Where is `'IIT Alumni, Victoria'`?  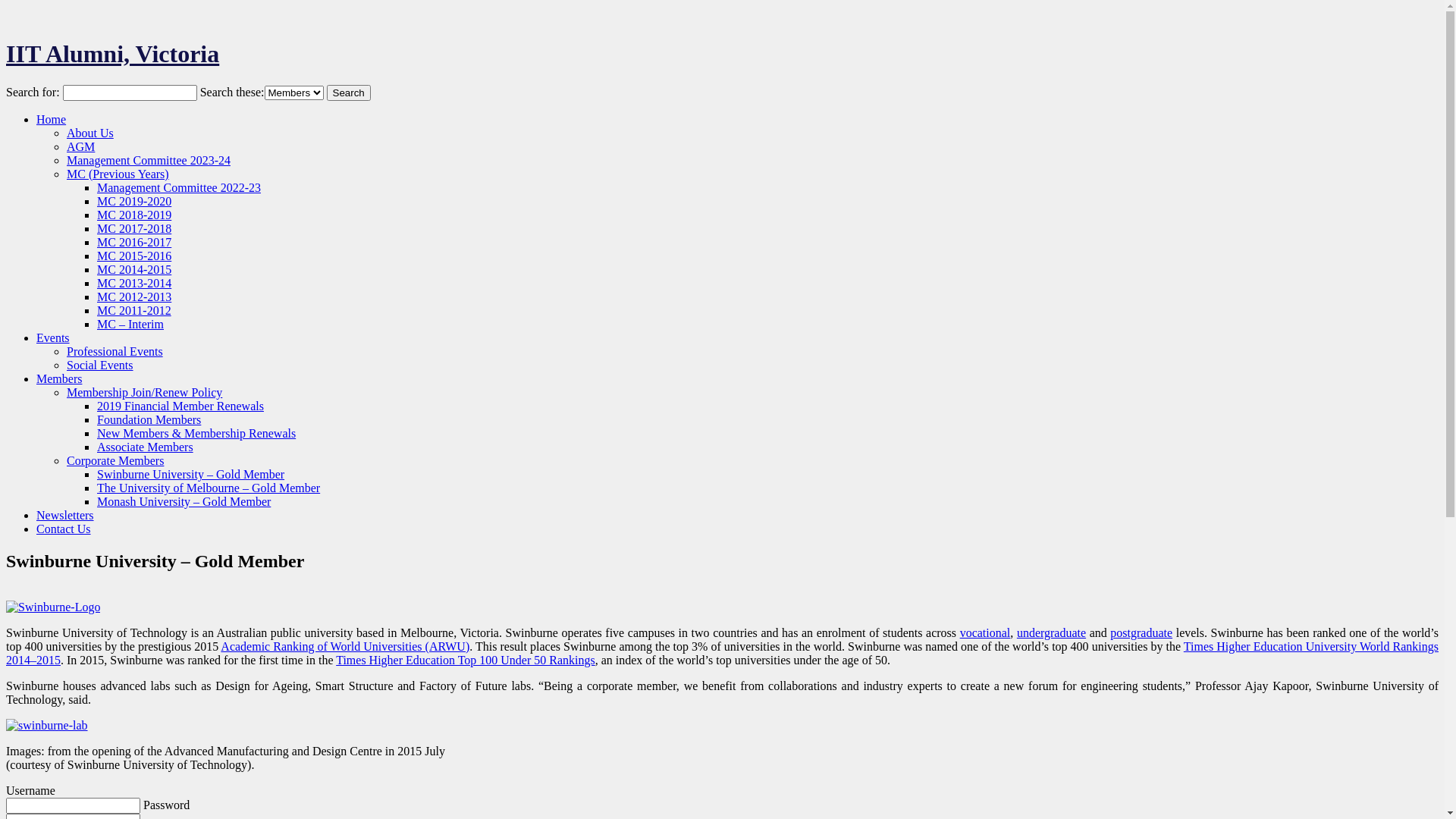
'IIT Alumni, Victoria' is located at coordinates (111, 52).